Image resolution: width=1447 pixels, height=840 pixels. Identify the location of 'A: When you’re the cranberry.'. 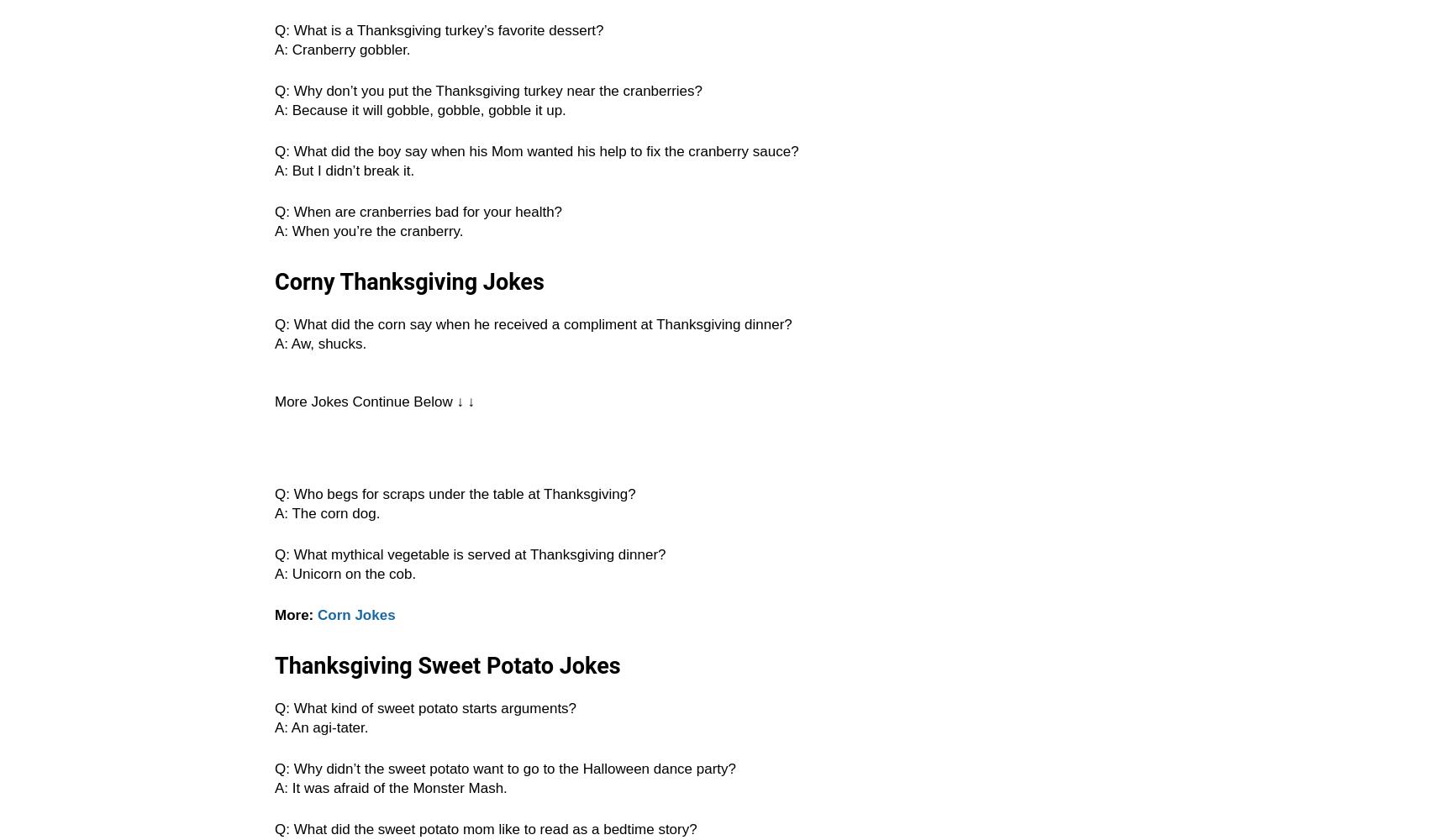
(367, 231).